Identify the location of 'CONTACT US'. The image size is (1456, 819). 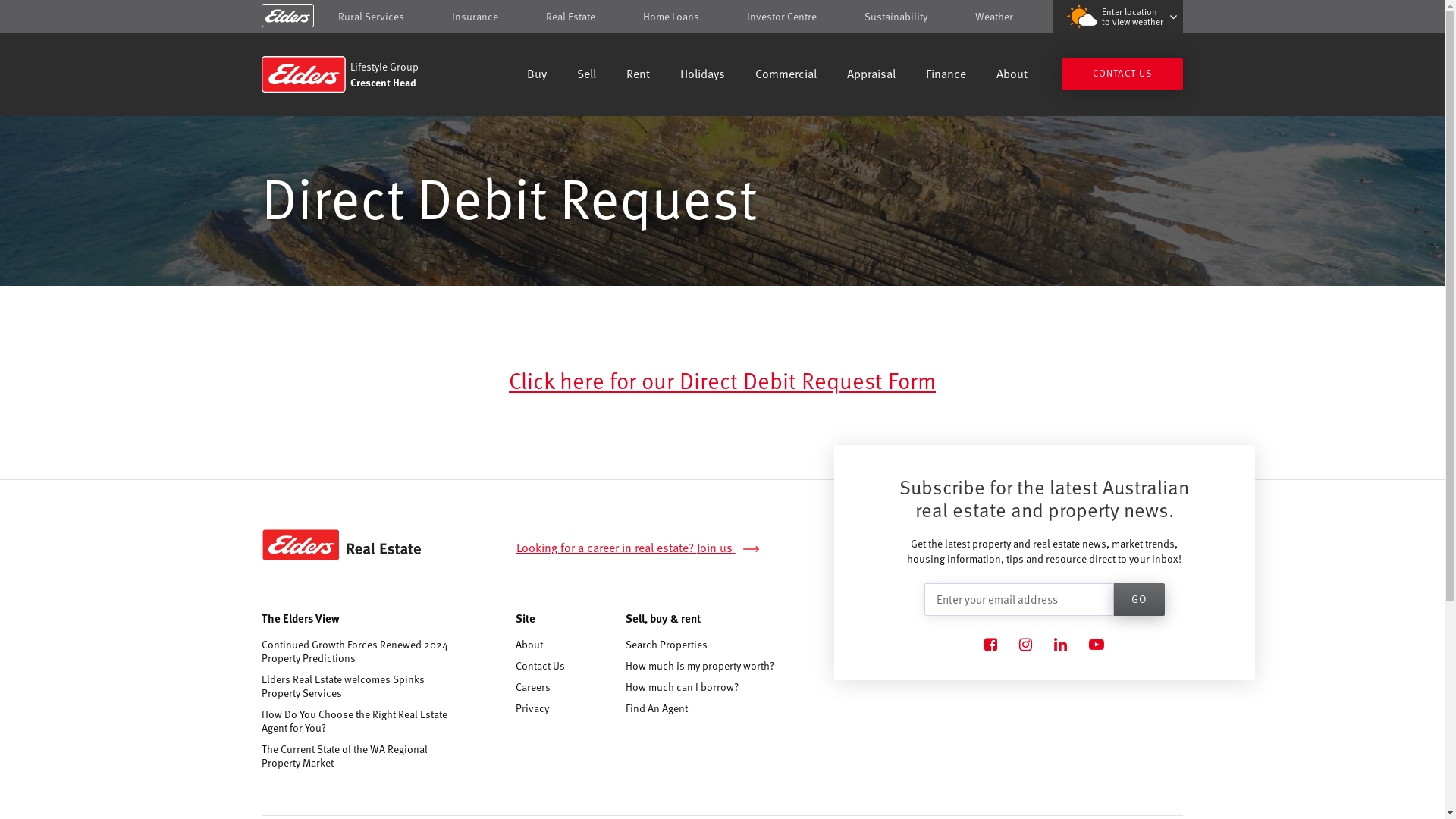
(1122, 74).